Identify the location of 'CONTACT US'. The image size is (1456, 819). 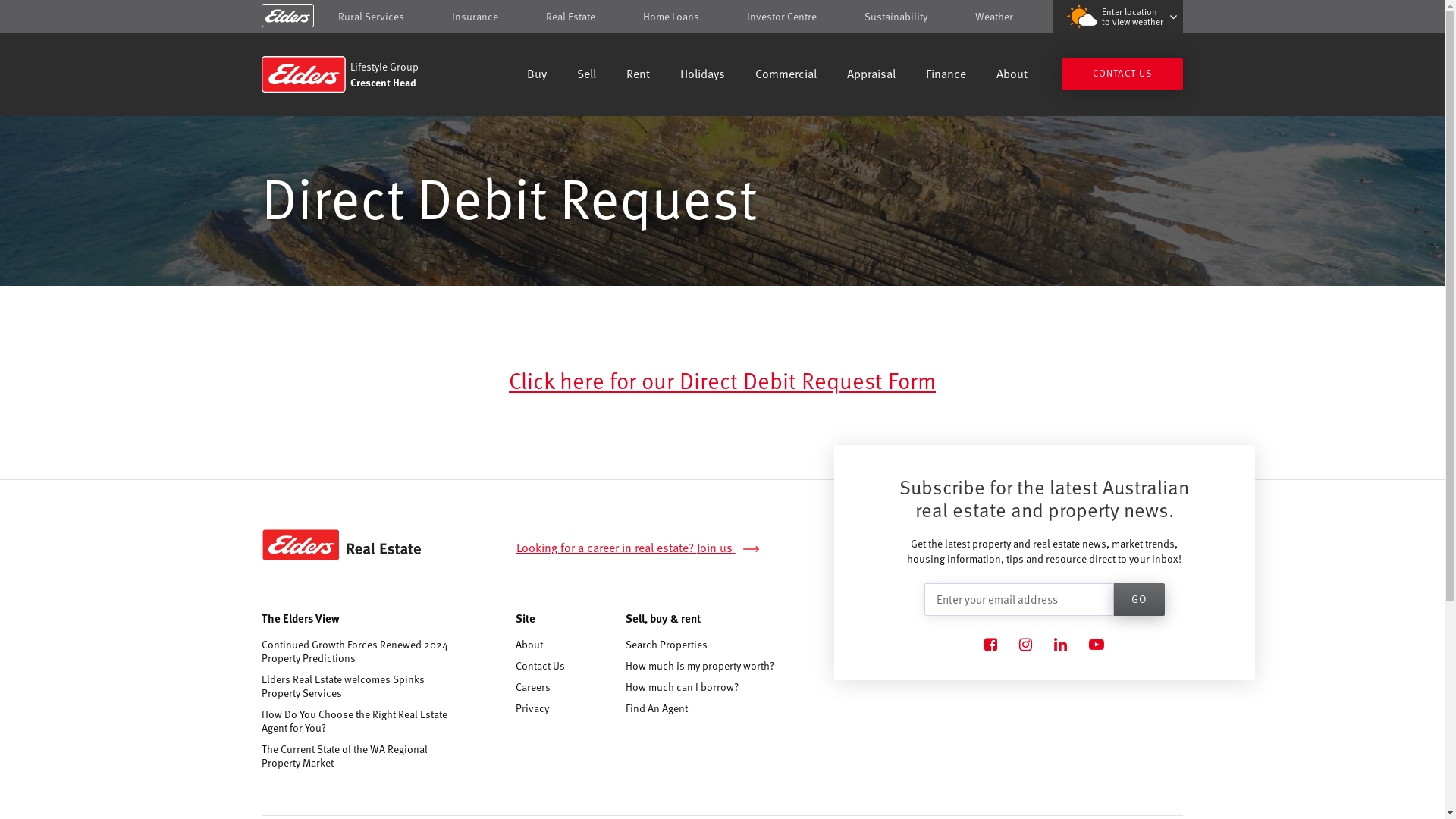
(1122, 74).